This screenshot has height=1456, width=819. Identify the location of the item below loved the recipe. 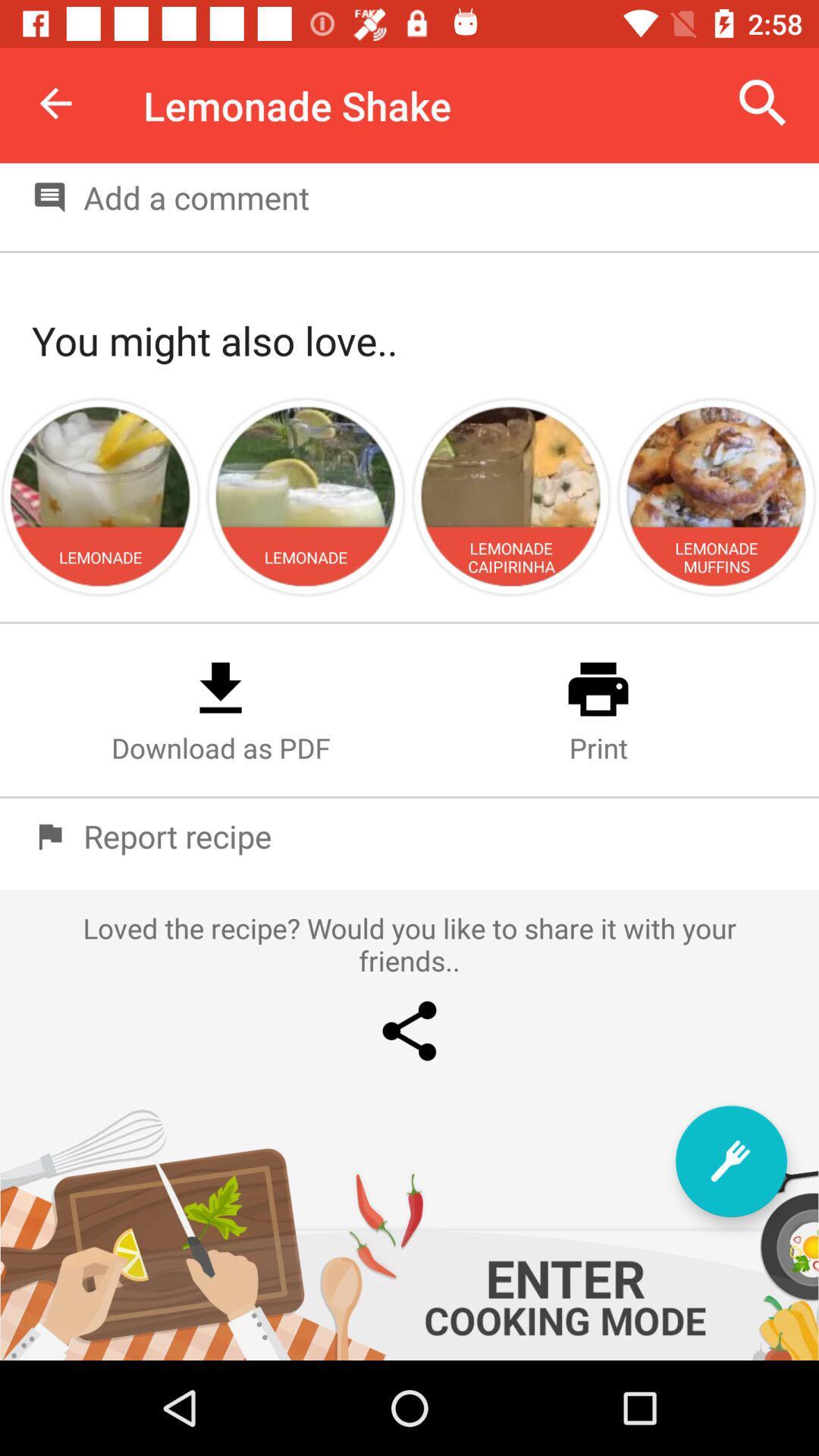
(730, 1160).